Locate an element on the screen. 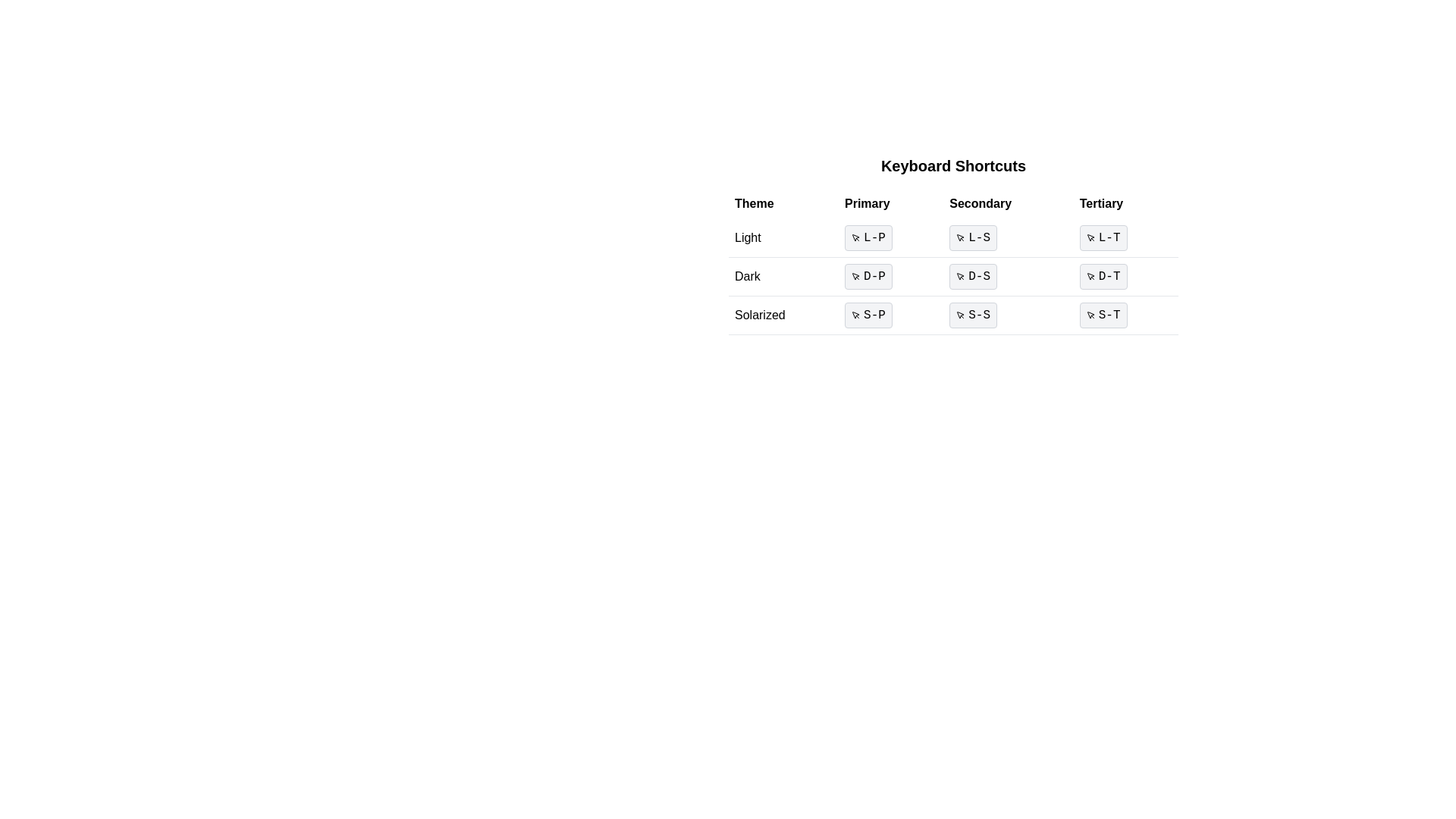  the 'Solarized' theme label associated with the 'Primary' action is located at coordinates (874, 315).